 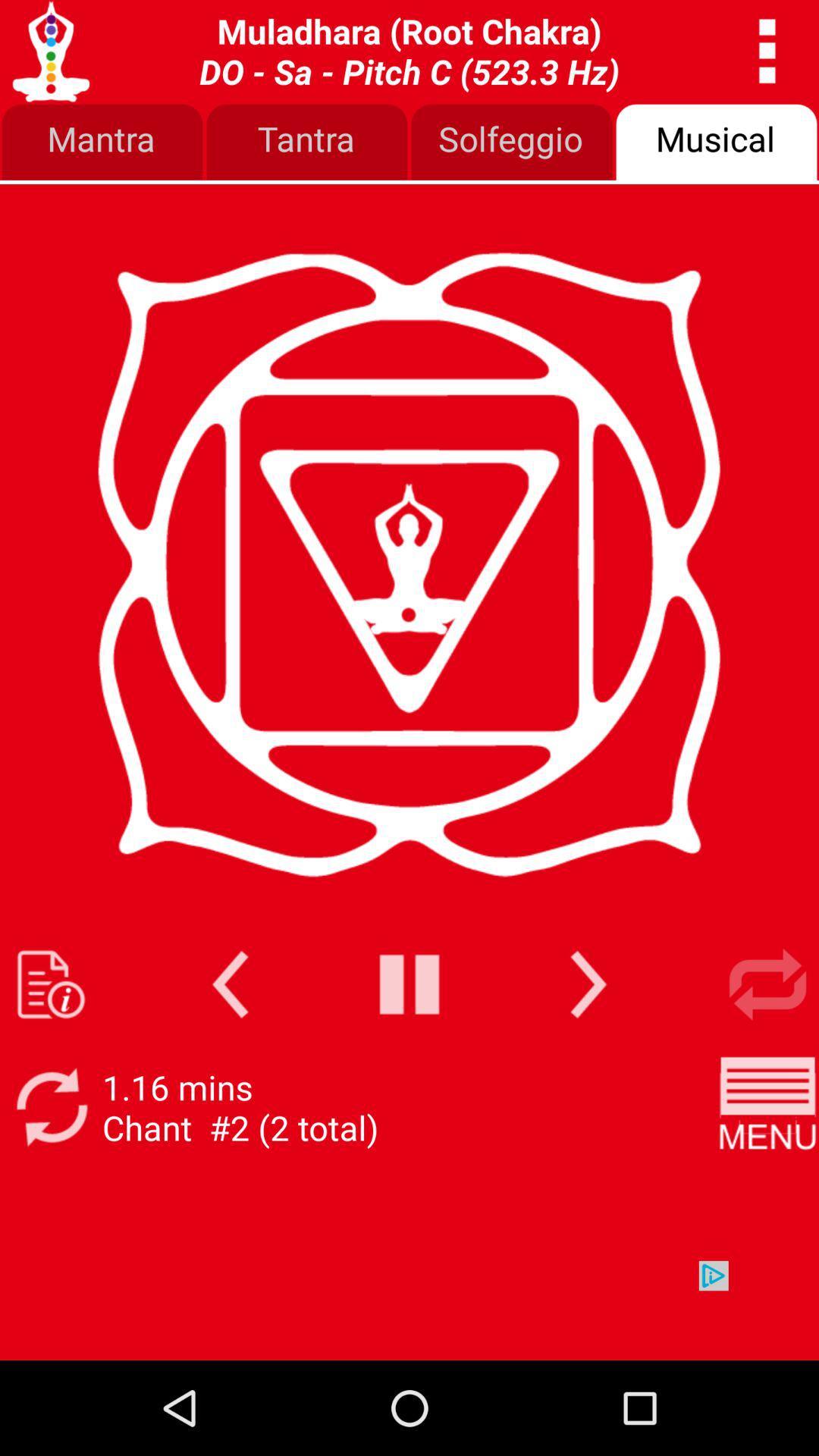 I want to click on item above mantra icon, so click(x=409, y=51).